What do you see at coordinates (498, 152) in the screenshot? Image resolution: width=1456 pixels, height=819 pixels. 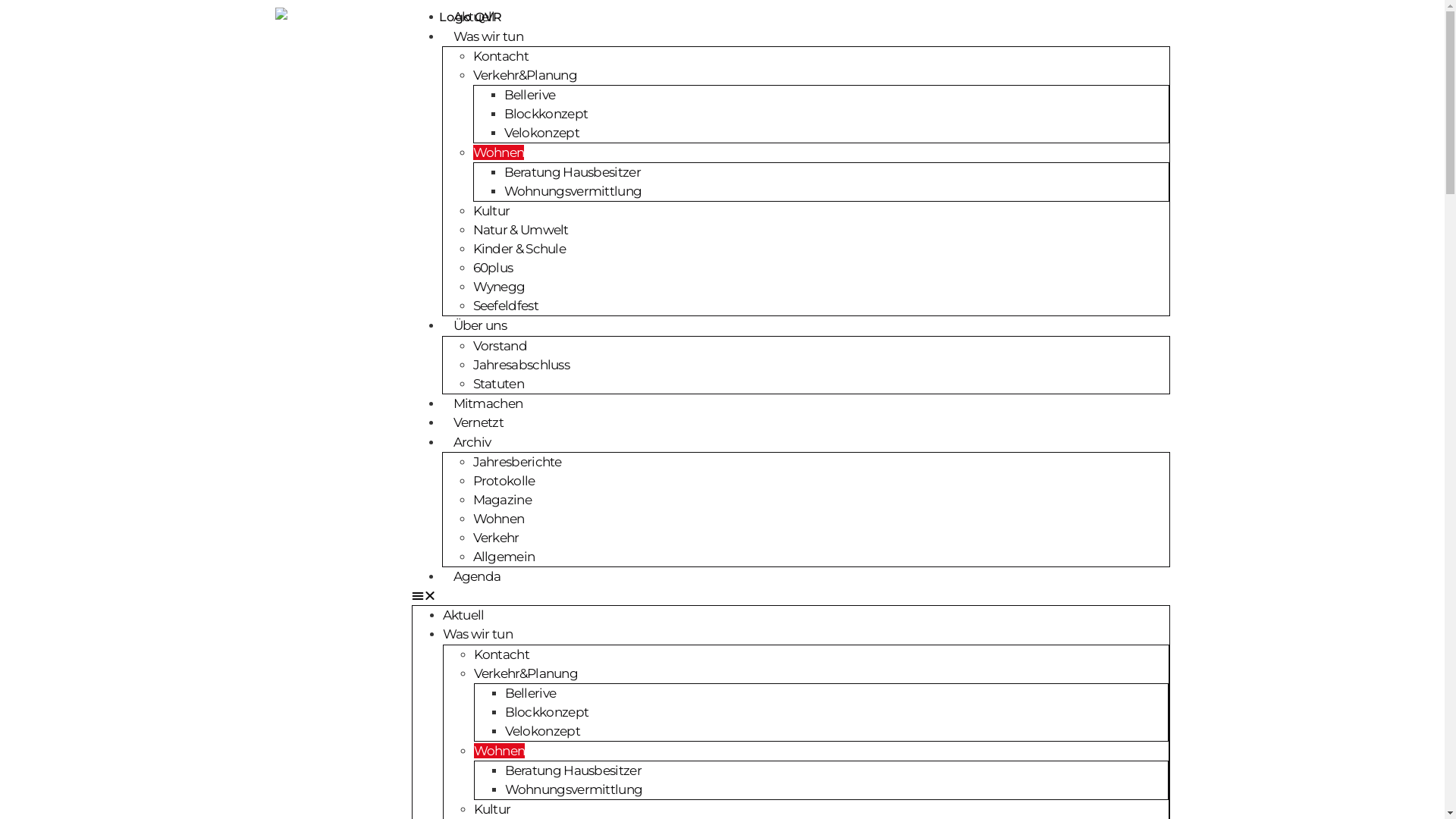 I see `'Wohnen'` at bounding box center [498, 152].